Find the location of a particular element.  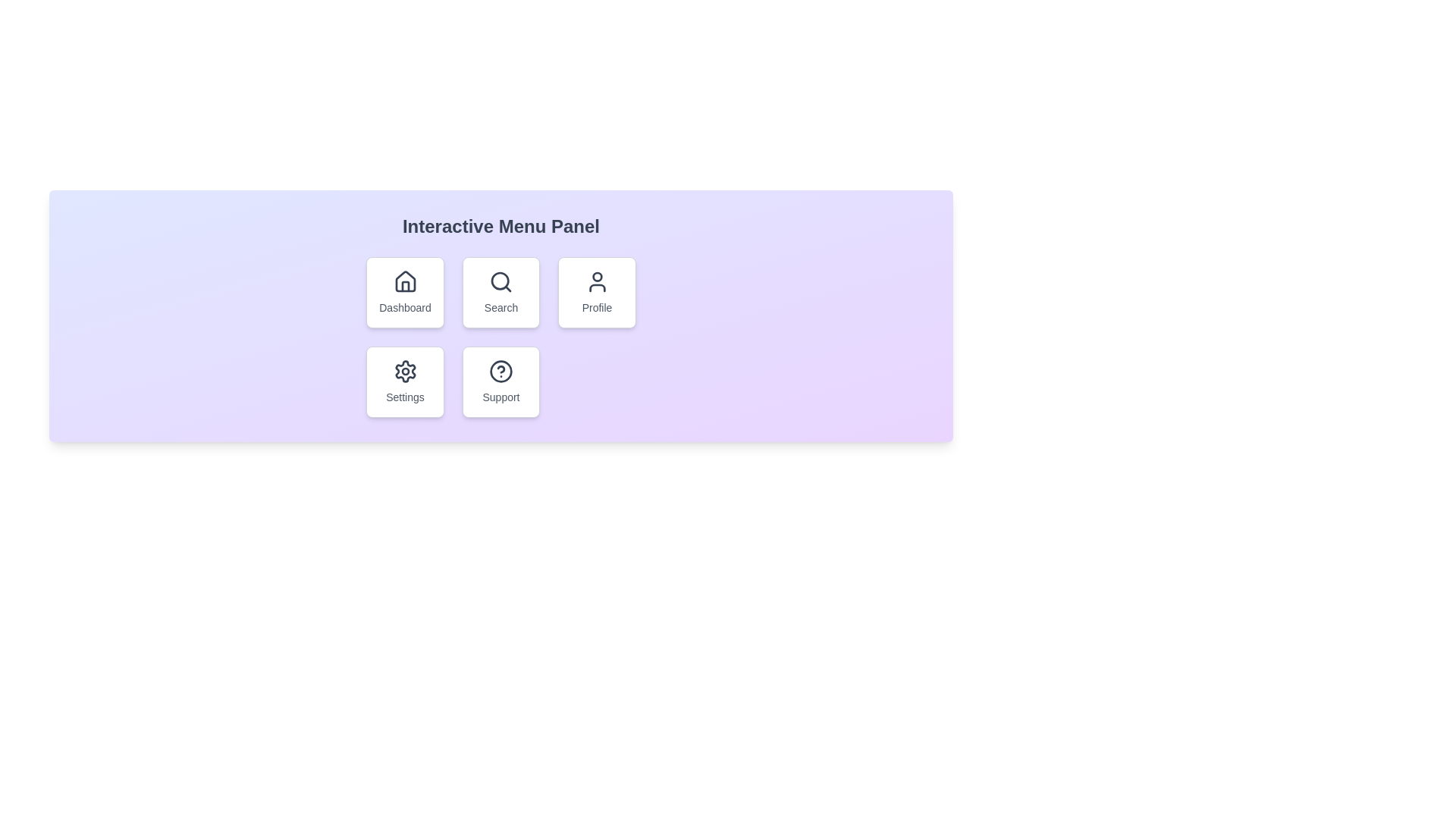

the decorative graphical element that represents the 'Support' functionality, located centrally within the 'Support' icon in the second row and second column of the grid layout of icons is located at coordinates (501, 371).